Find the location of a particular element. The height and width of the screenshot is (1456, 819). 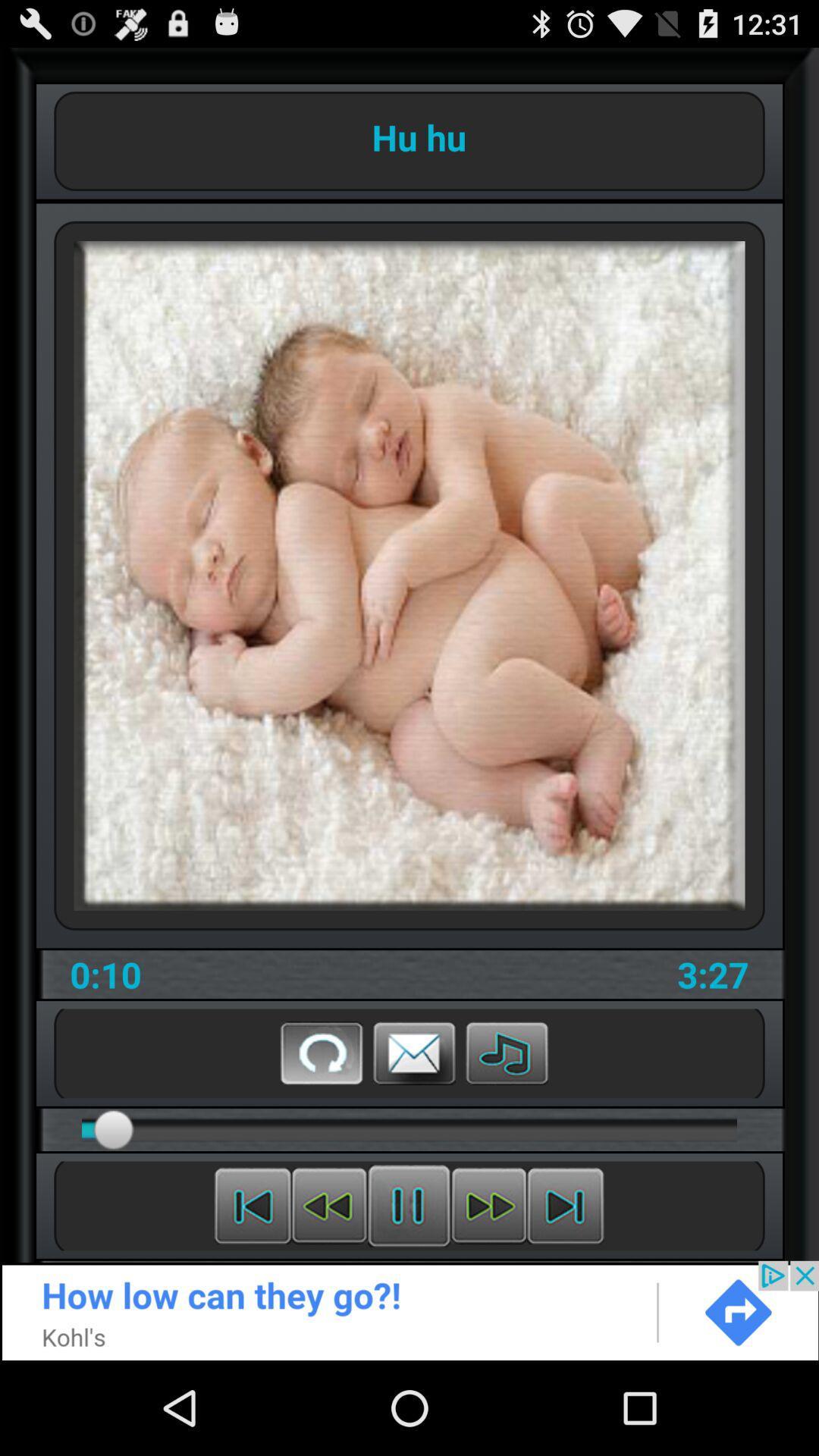

previous is located at coordinates (328, 1205).